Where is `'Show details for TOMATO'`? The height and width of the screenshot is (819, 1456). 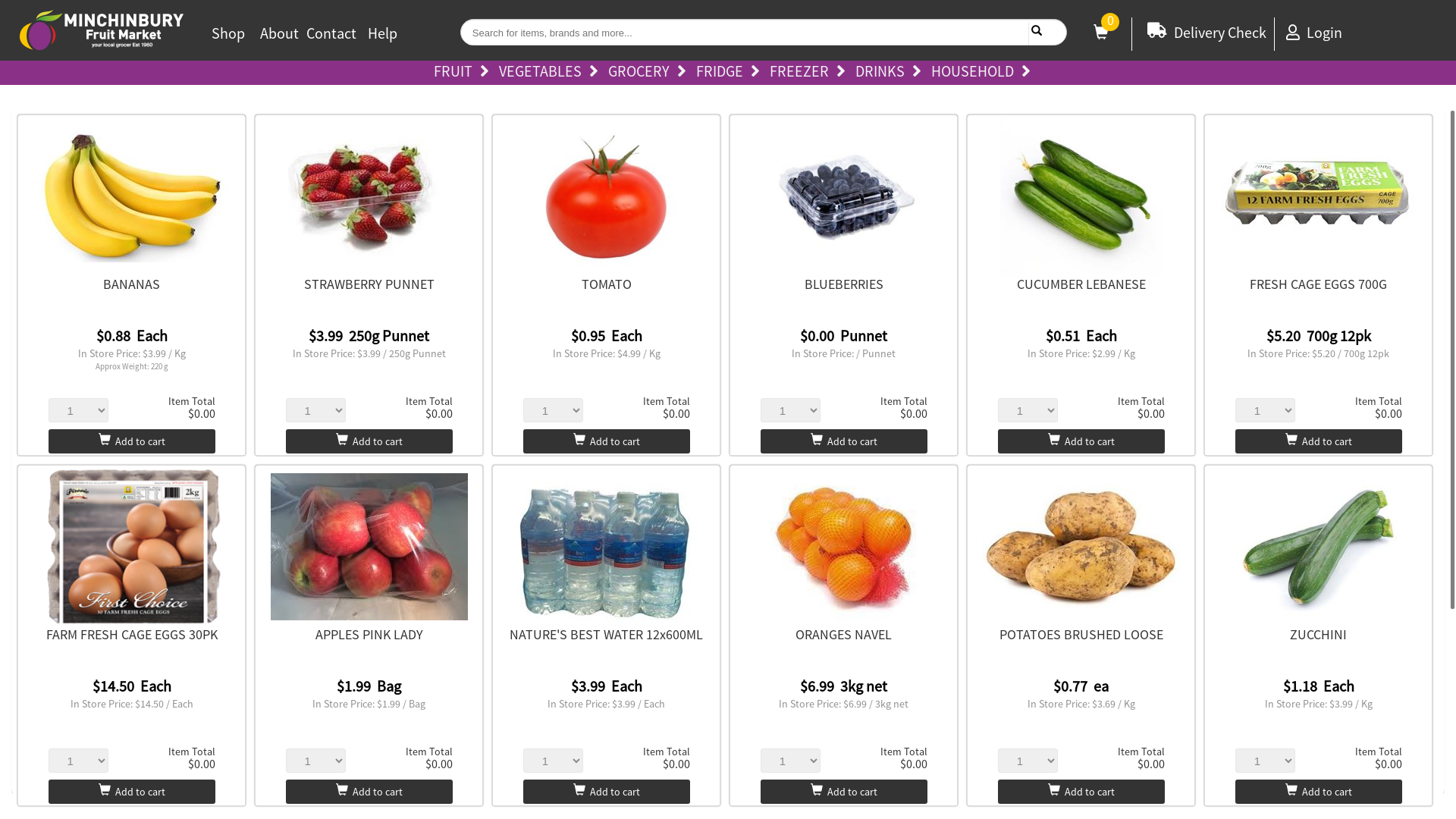
'Show details for TOMATO' is located at coordinates (607, 195).